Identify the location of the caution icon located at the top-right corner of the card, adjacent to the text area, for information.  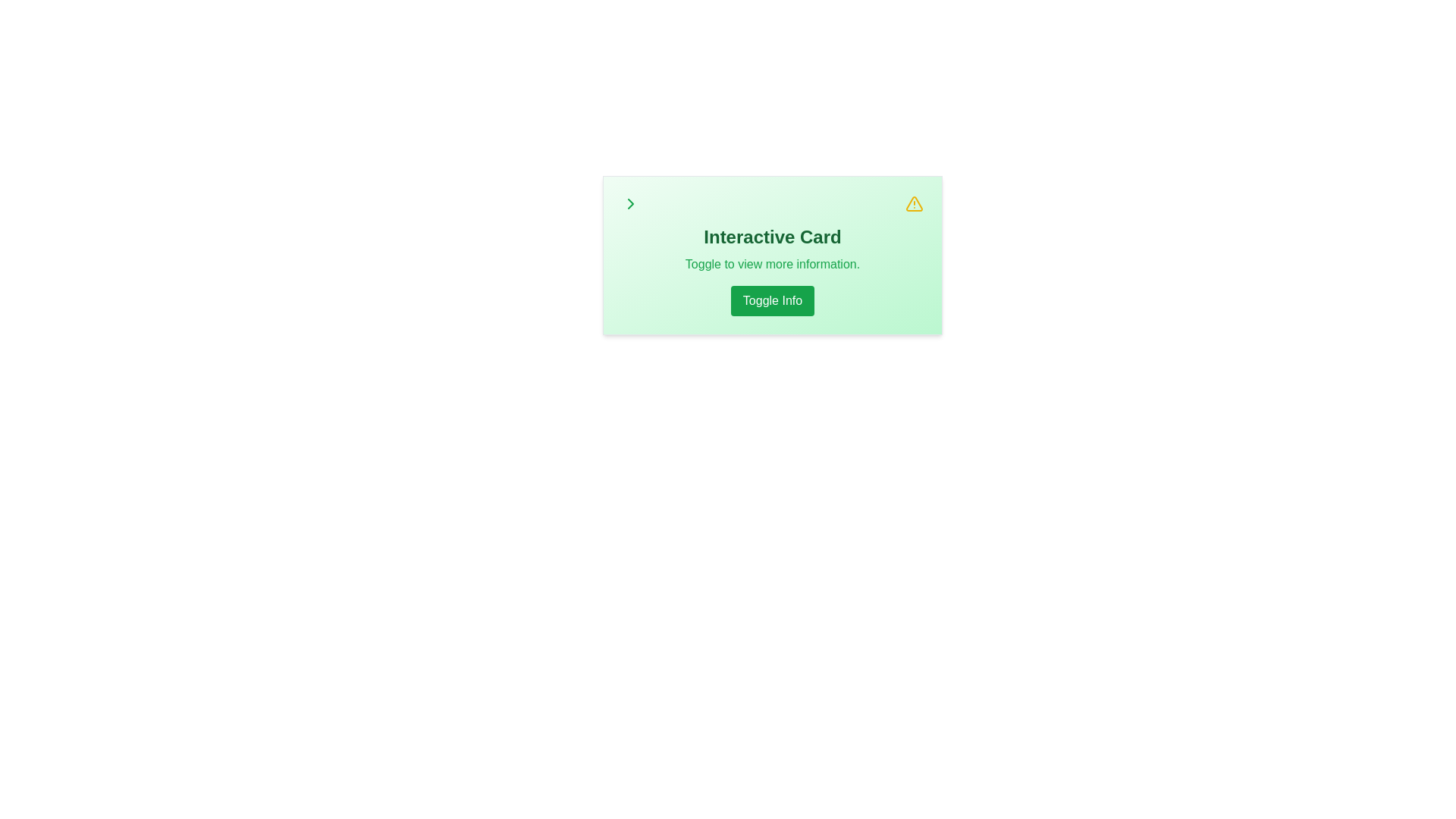
(913, 203).